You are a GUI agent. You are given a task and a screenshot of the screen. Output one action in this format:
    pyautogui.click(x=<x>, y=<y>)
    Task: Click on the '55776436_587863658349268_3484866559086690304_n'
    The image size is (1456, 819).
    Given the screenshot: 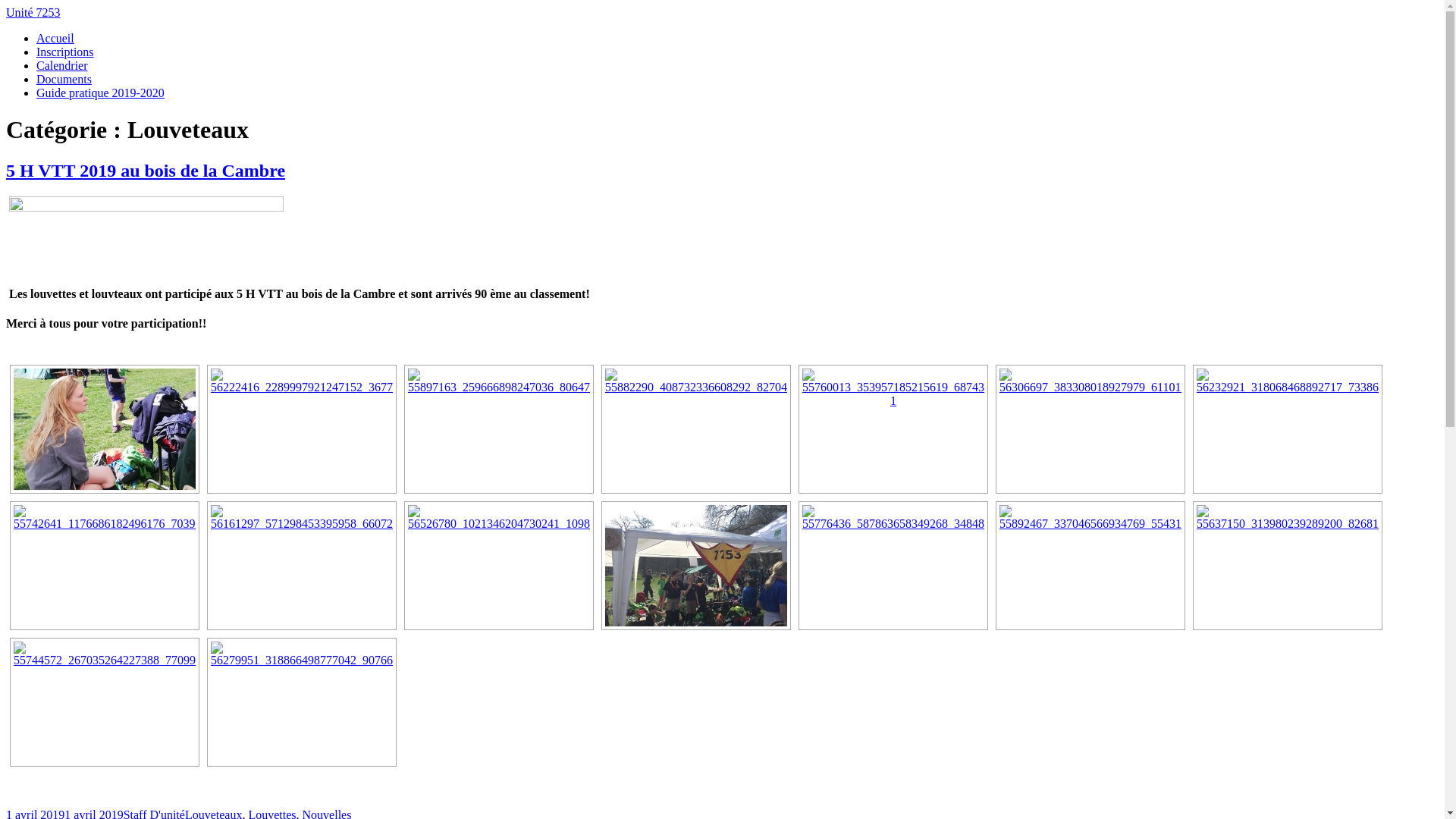 What is the action you would take?
    pyautogui.click(x=893, y=565)
    